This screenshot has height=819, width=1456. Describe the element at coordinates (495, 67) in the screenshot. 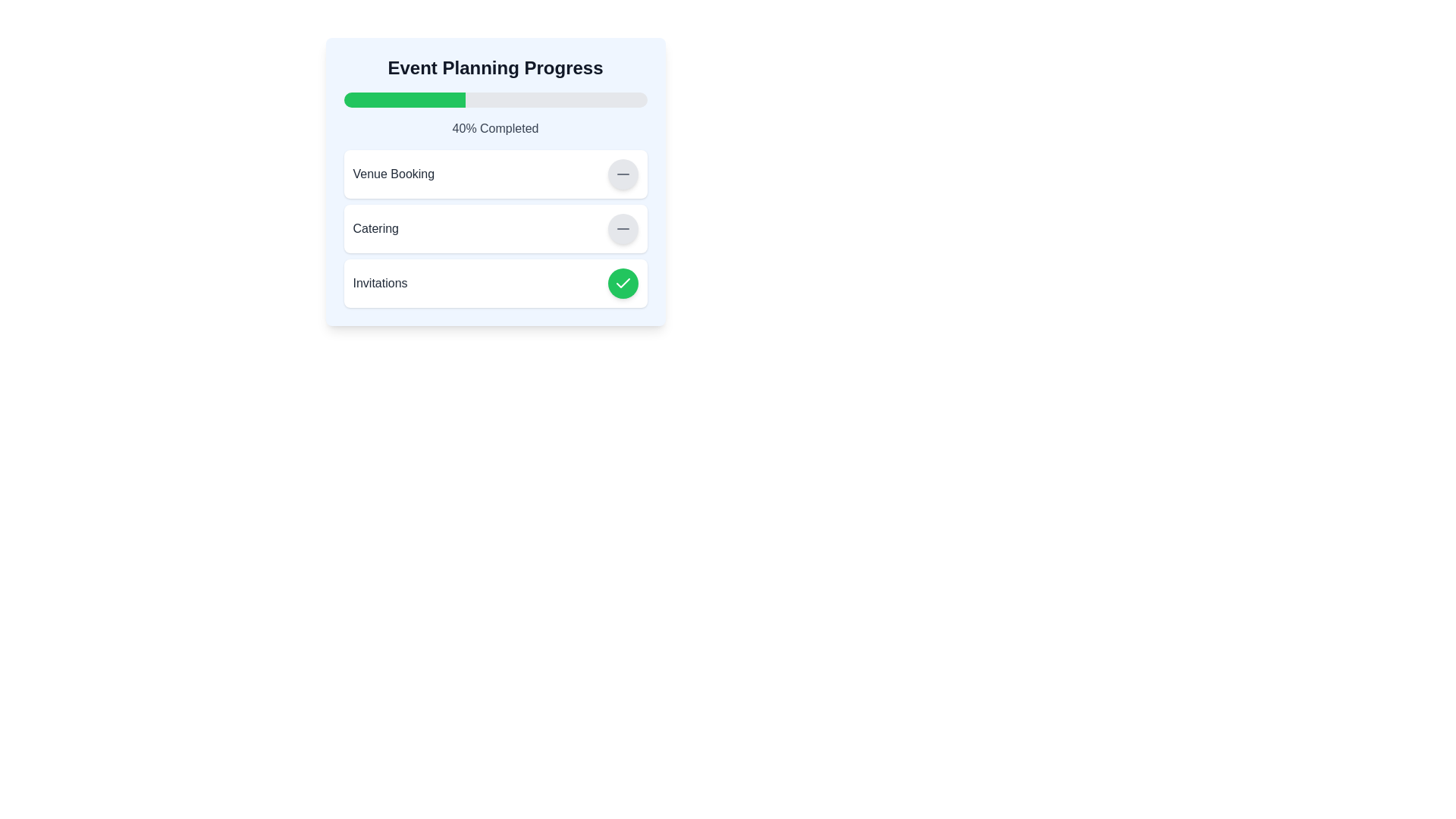

I see `the text label that reads 'Event Planning Progress', which is prominently styled in bold font and large size, centered in a light blue background, located above a progress bar` at that location.